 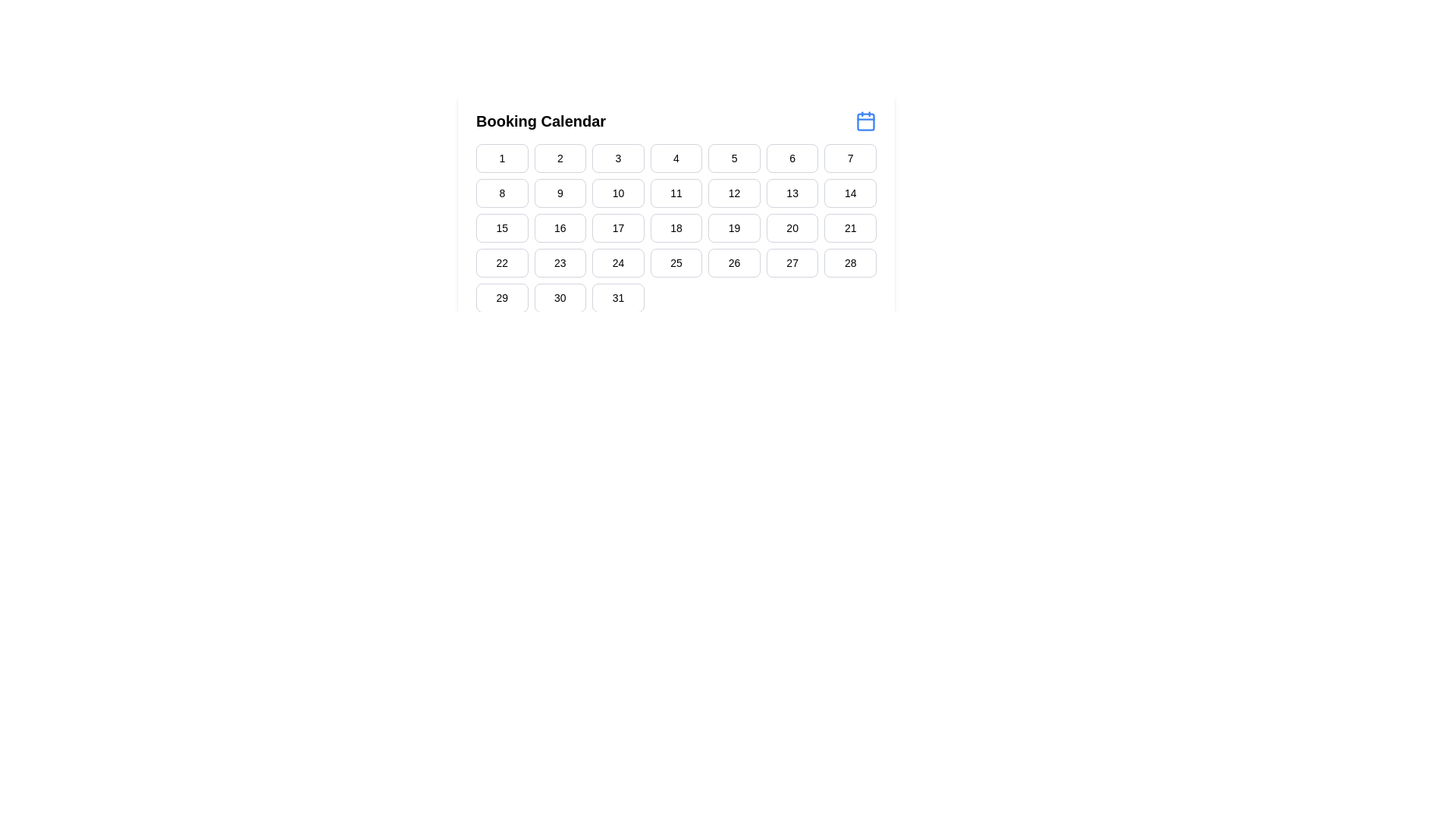 What do you see at coordinates (502, 298) in the screenshot?
I see `the cell styled as a button displaying the text '29' in the calendar interface` at bounding box center [502, 298].